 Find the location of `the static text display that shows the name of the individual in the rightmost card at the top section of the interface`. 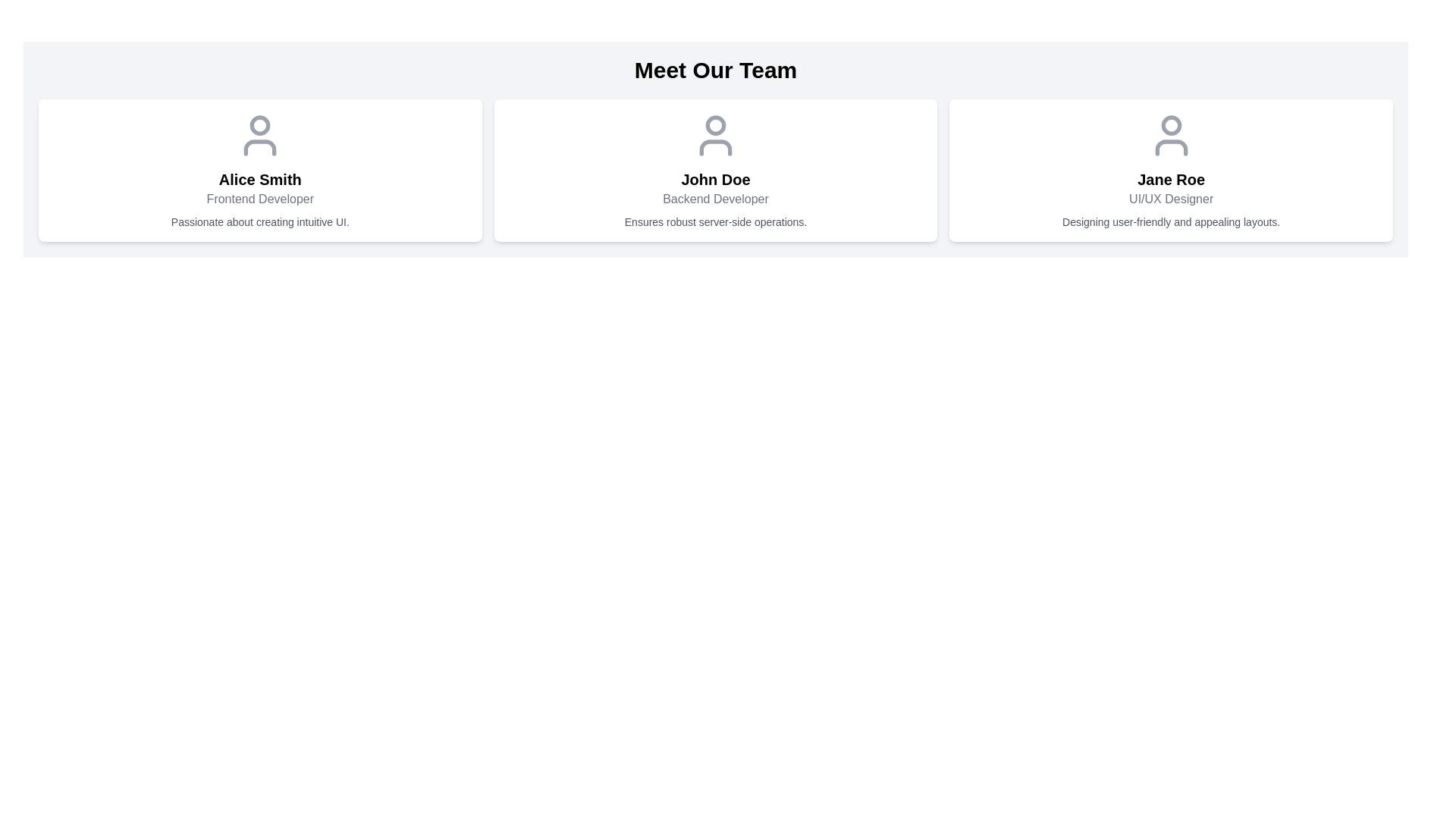

the static text display that shows the name of the individual in the rightmost card at the top section of the interface is located at coordinates (1170, 178).